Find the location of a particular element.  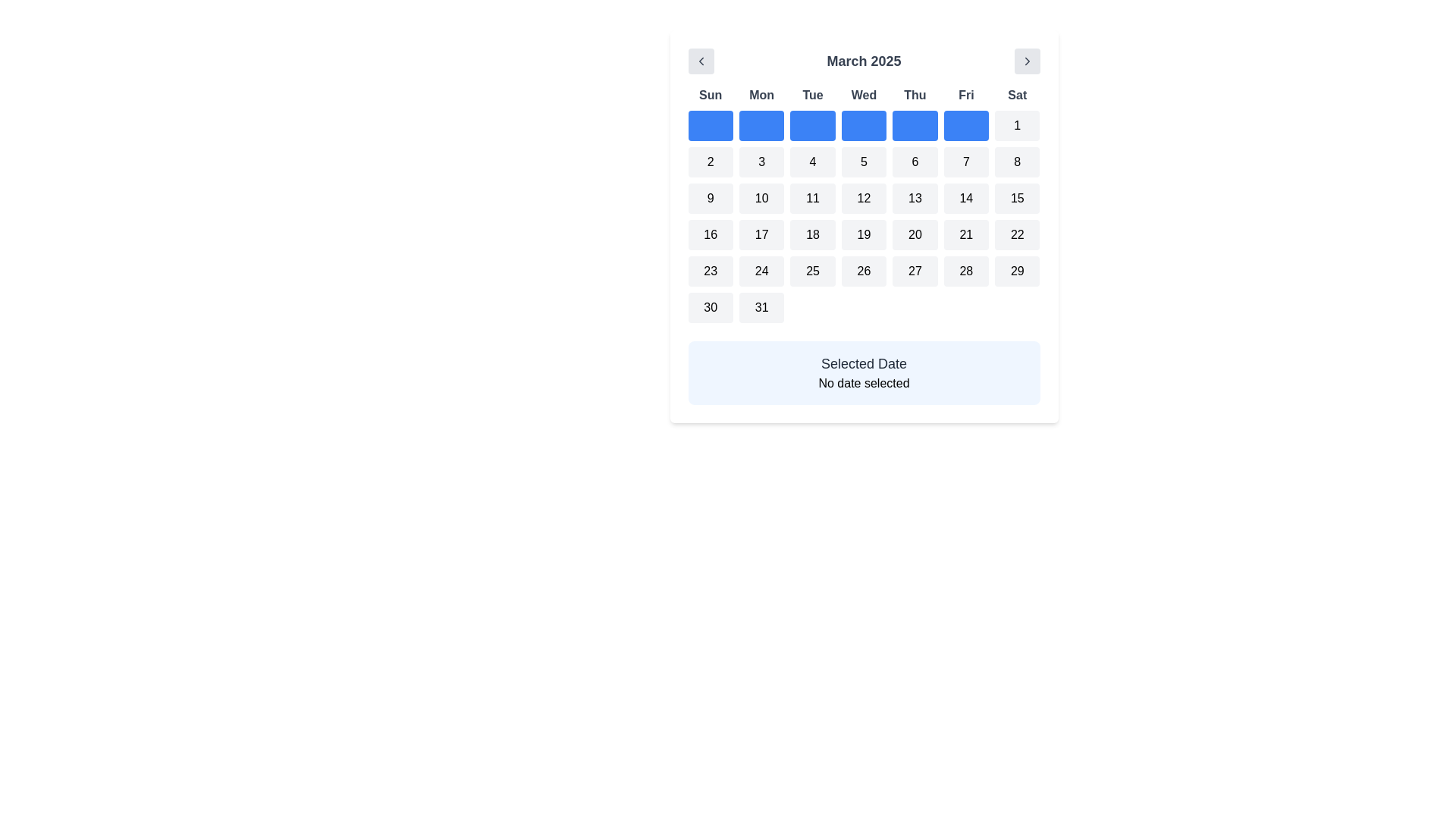

the blue rectangular button or selectable grid cell located in the first row of the calendar under 'Mon' is located at coordinates (761, 124).